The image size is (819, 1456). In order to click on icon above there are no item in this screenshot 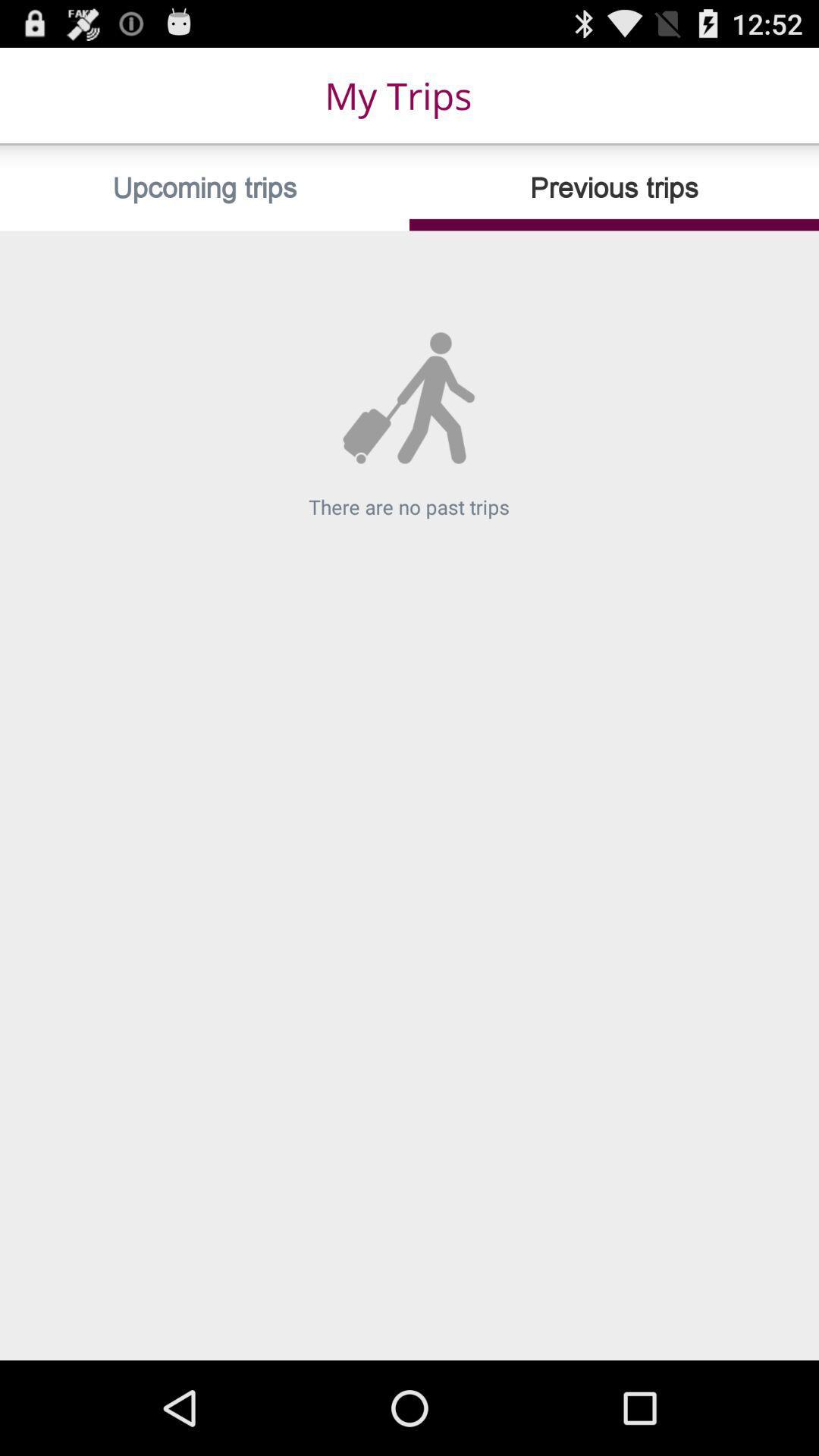, I will do `click(205, 187)`.